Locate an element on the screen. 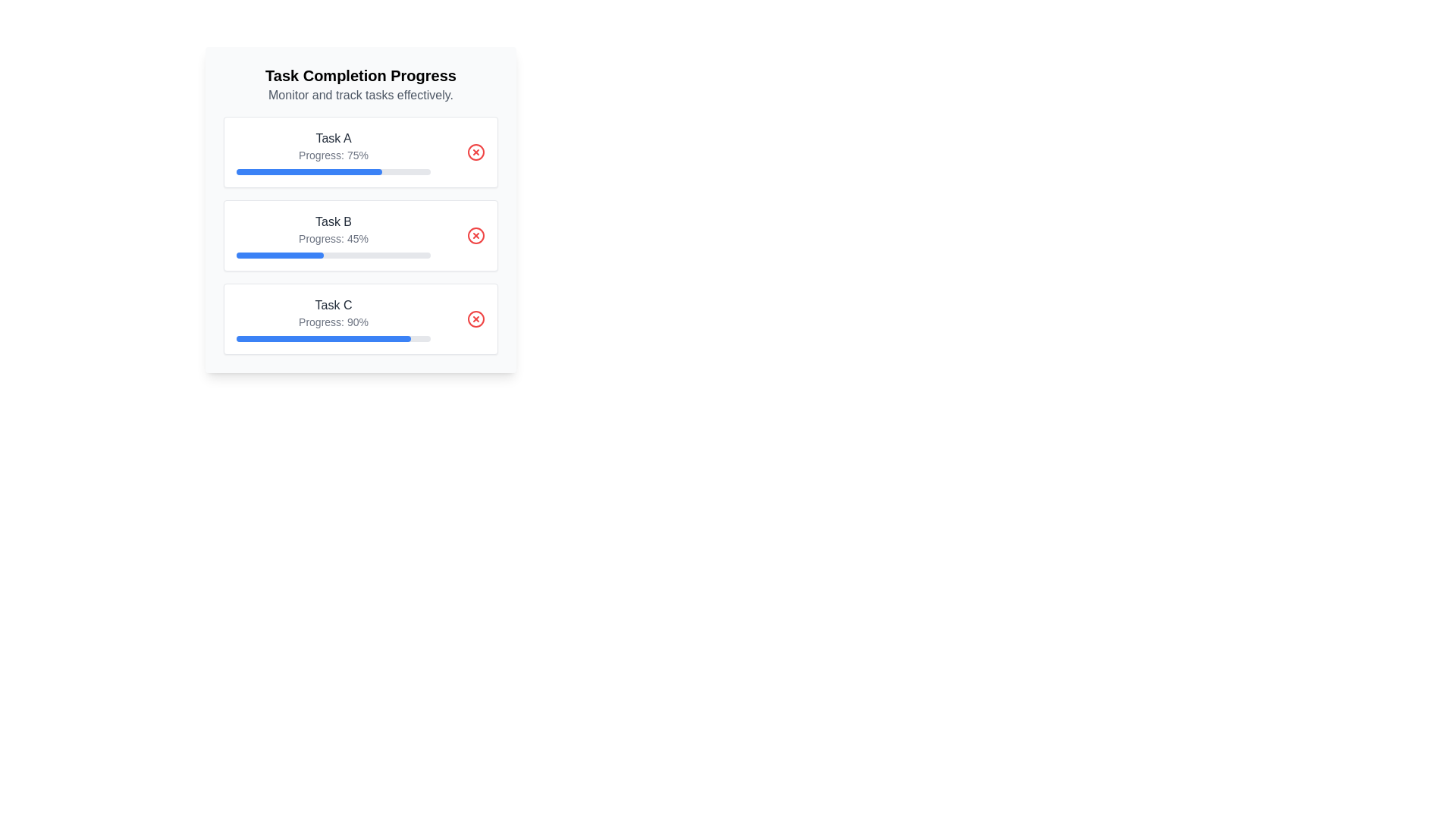 Image resolution: width=1456 pixels, height=819 pixels. the text label that displays the progress percentage for the associated task, positioned below the title 'Task C' and above the progress bar is located at coordinates (333, 321).